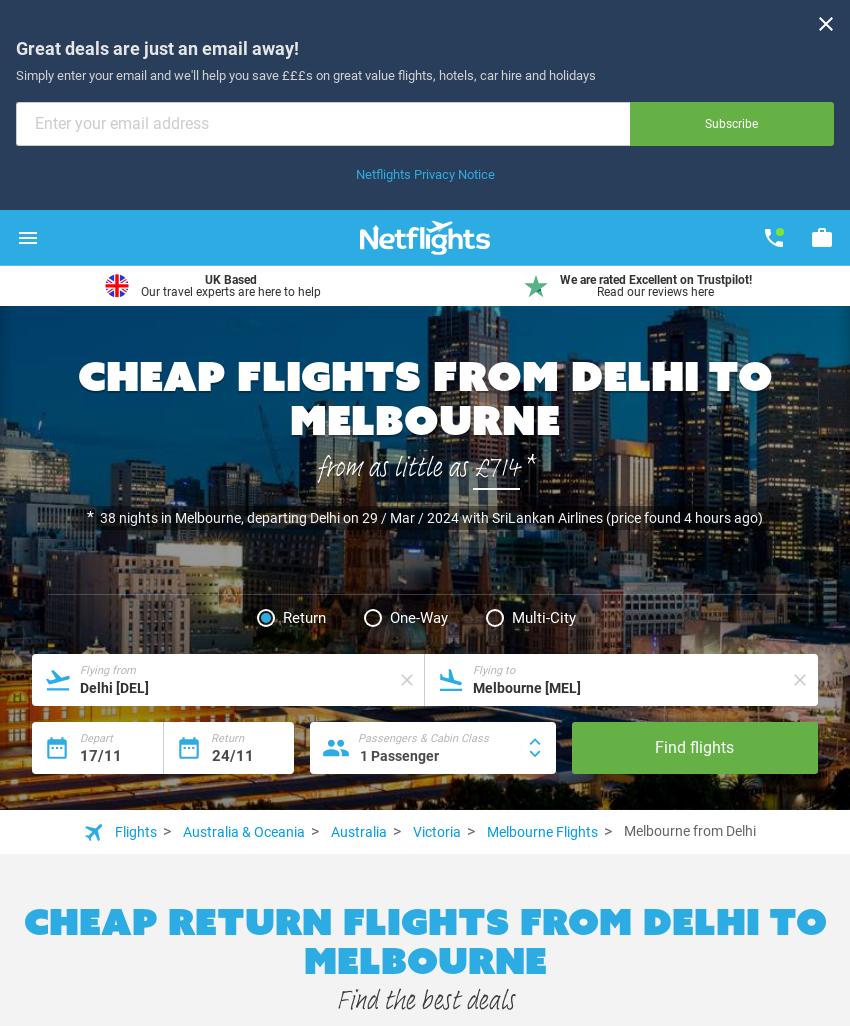  I want to click on 'Flying from', so click(107, 669).